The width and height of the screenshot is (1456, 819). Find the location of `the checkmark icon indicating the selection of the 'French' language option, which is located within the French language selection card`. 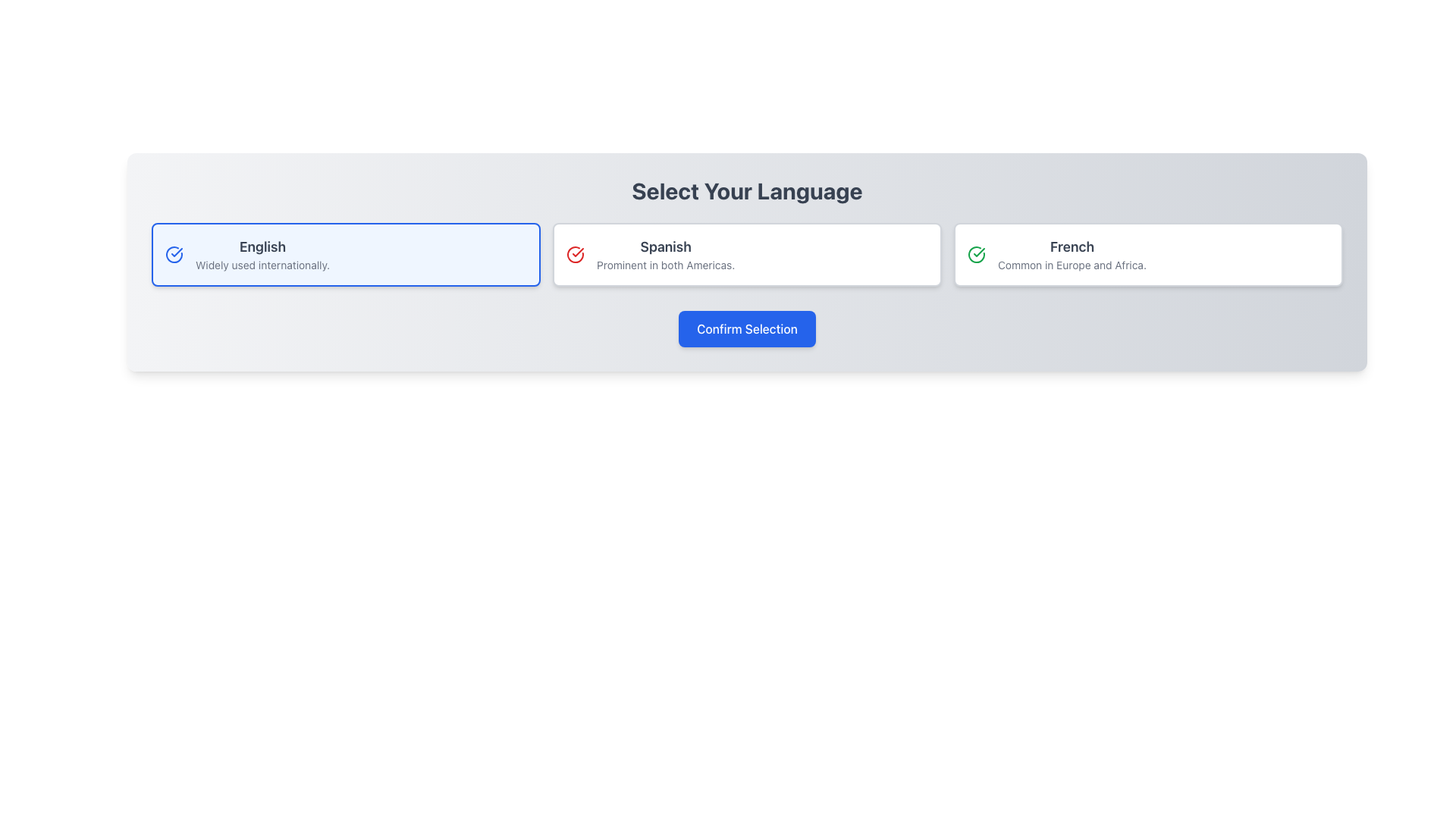

the checkmark icon indicating the selection of the 'French' language option, which is located within the French language selection card is located at coordinates (979, 251).